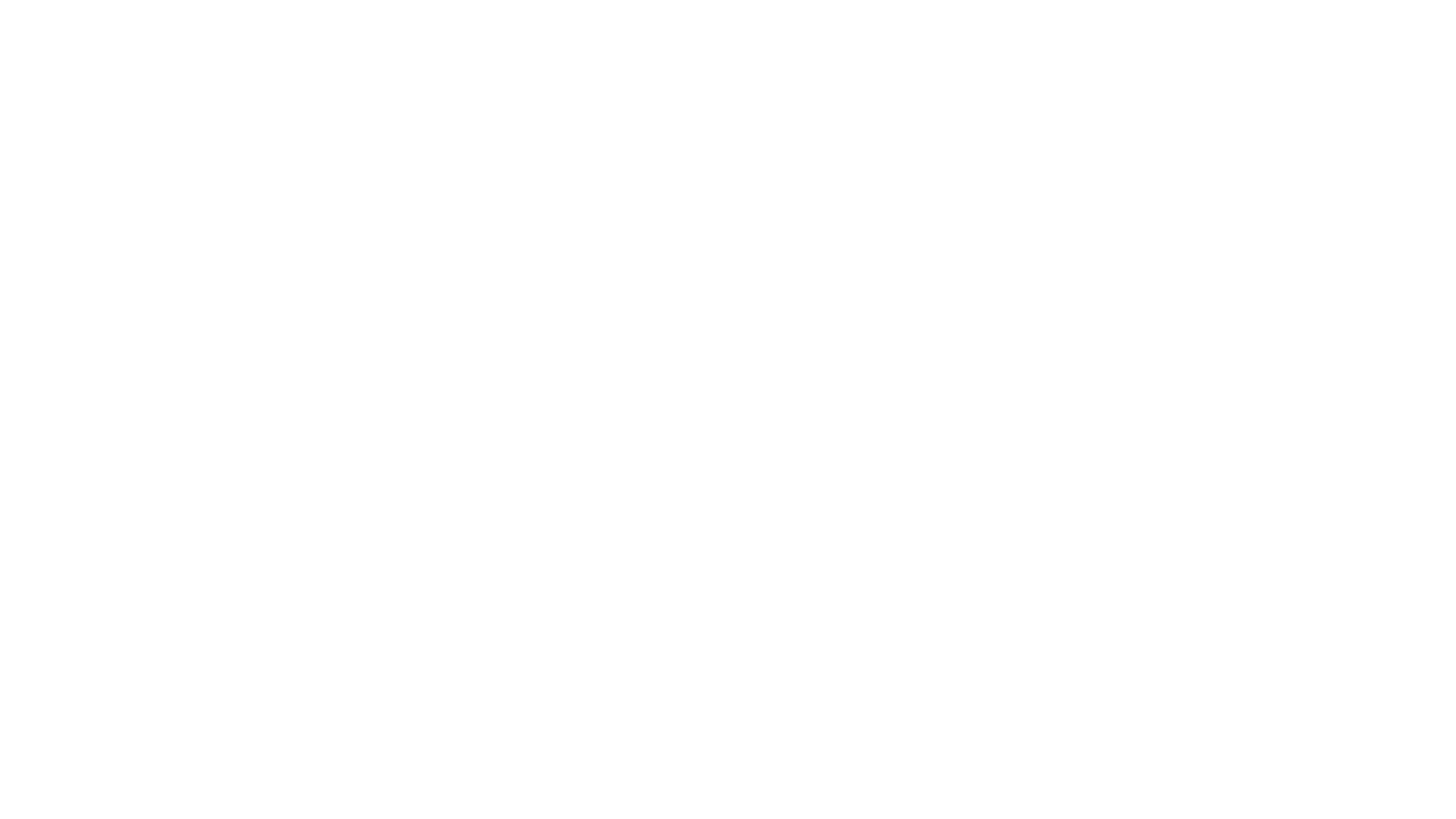  Describe the element at coordinates (728, 23) in the screenshot. I see `Search Search` at that location.